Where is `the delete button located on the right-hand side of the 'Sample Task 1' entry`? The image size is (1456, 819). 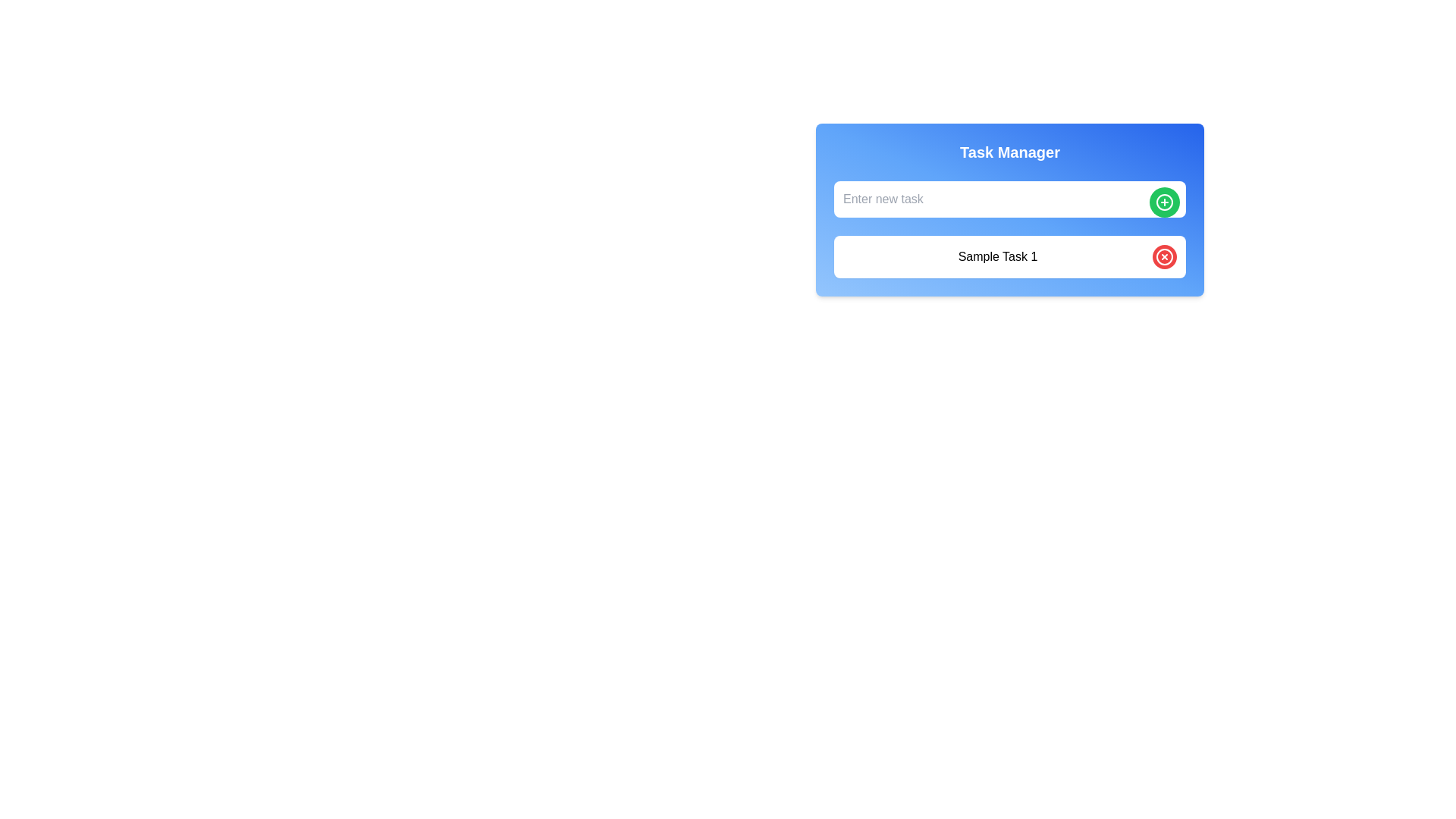 the delete button located on the right-hand side of the 'Sample Task 1' entry is located at coordinates (1164, 256).